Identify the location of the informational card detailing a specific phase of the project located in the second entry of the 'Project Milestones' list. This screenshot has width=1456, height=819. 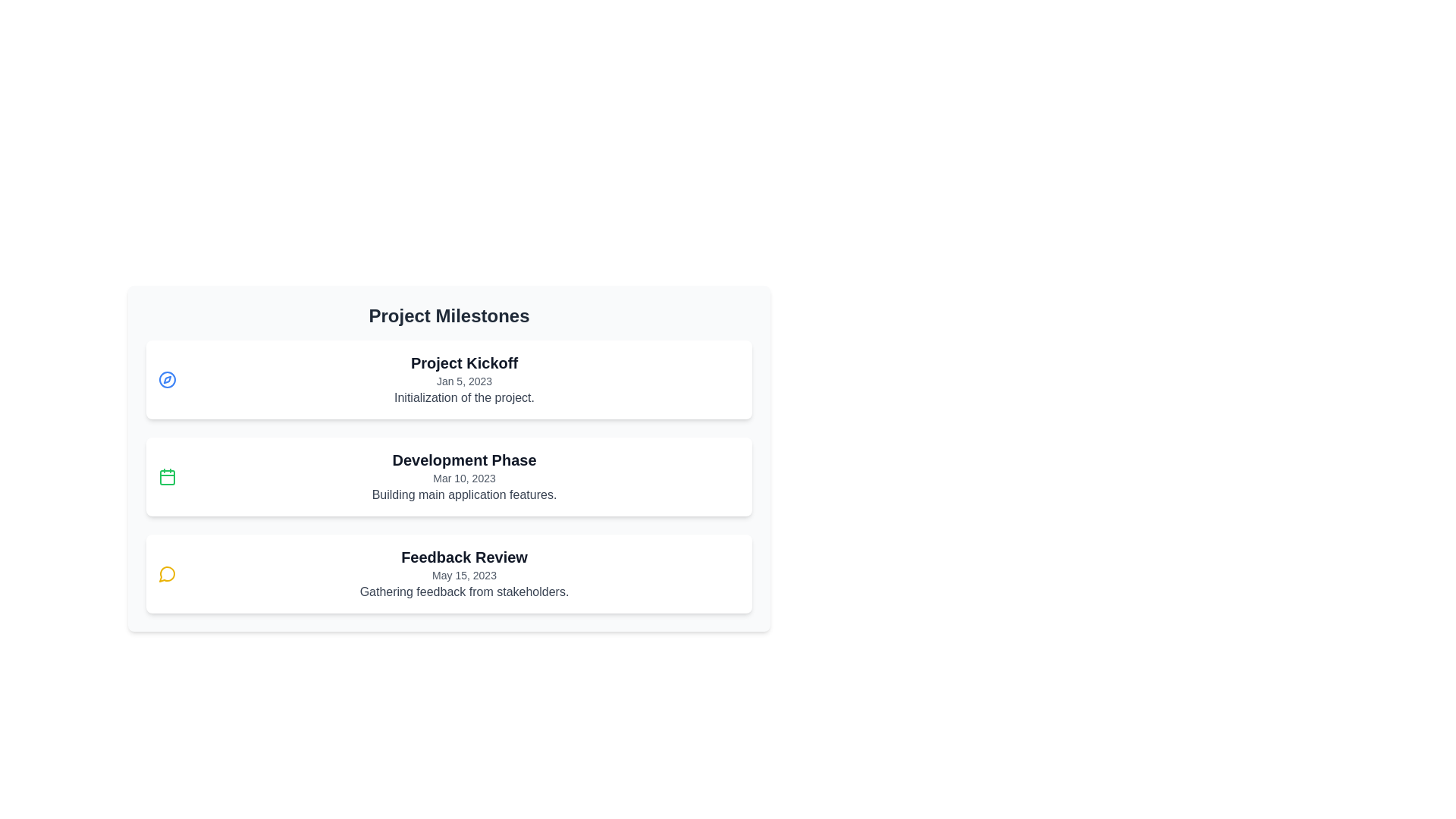
(463, 475).